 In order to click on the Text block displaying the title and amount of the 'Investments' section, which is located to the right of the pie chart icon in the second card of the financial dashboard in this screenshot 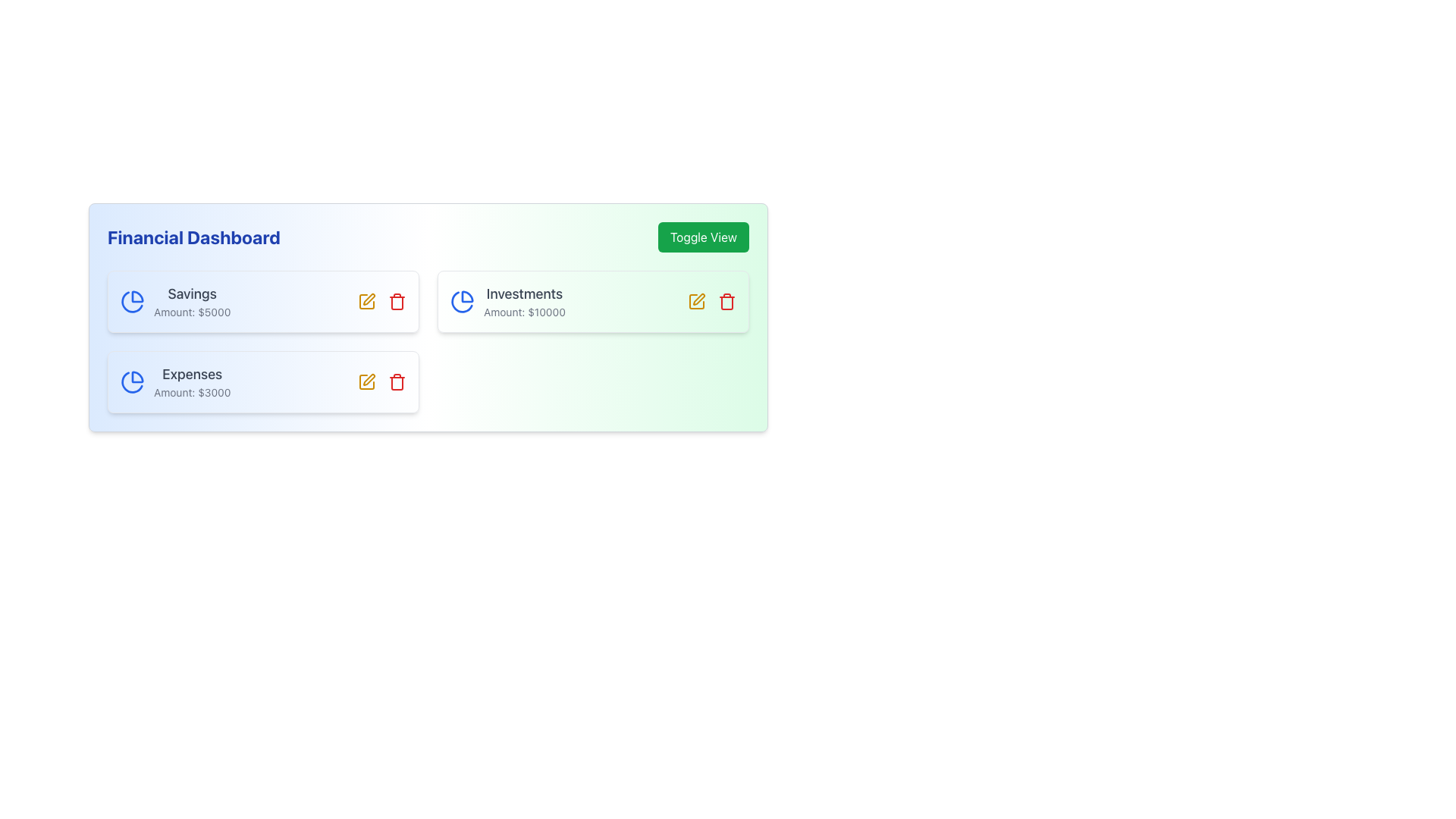, I will do `click(524, 301)`.